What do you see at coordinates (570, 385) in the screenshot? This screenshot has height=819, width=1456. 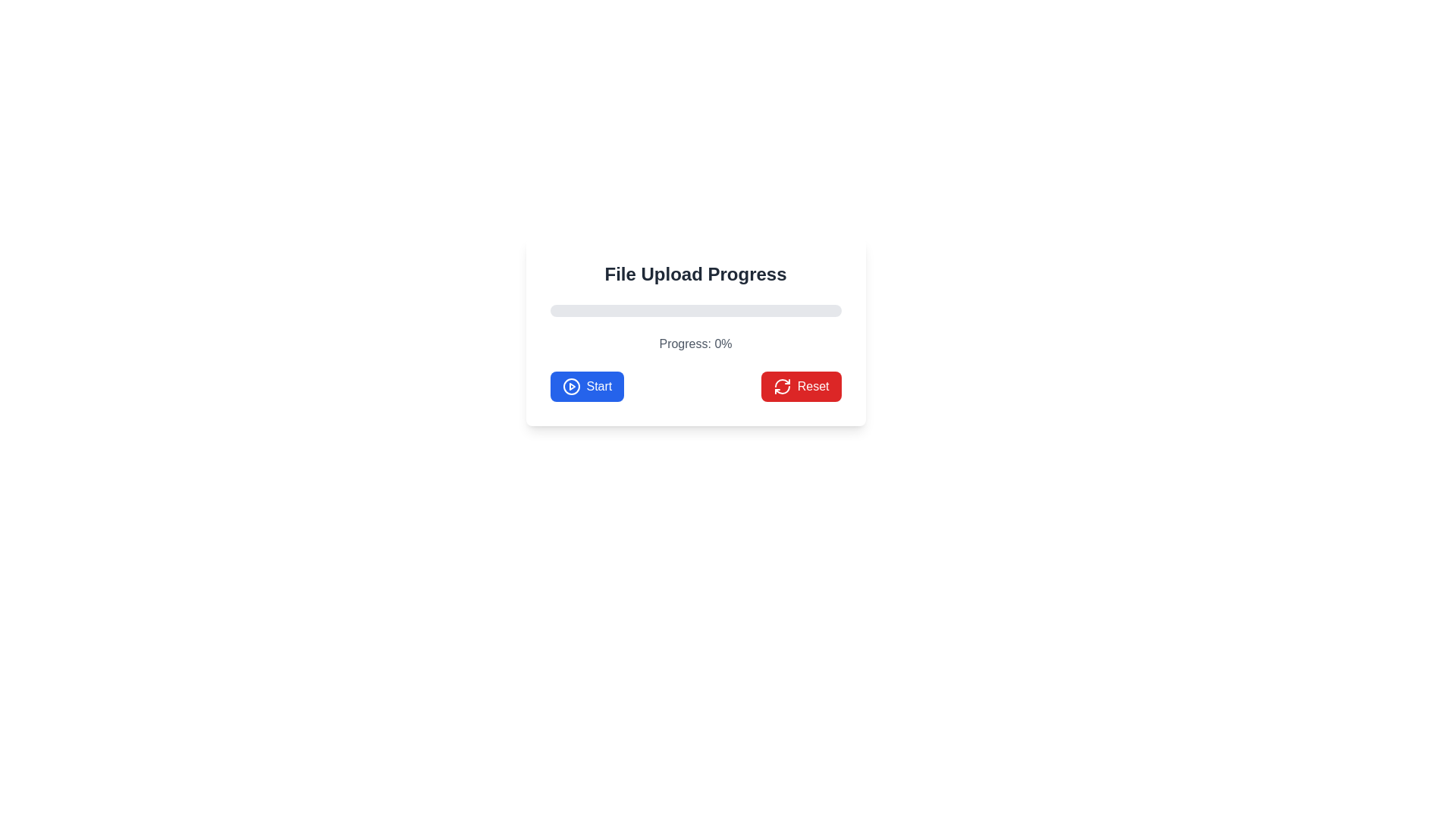 I see `the circular part of the blue button labeled 'Start' located in the bottom left section of the 'File Upload Progress' panel to initiate the upload process` at bounding box center [570, 385].